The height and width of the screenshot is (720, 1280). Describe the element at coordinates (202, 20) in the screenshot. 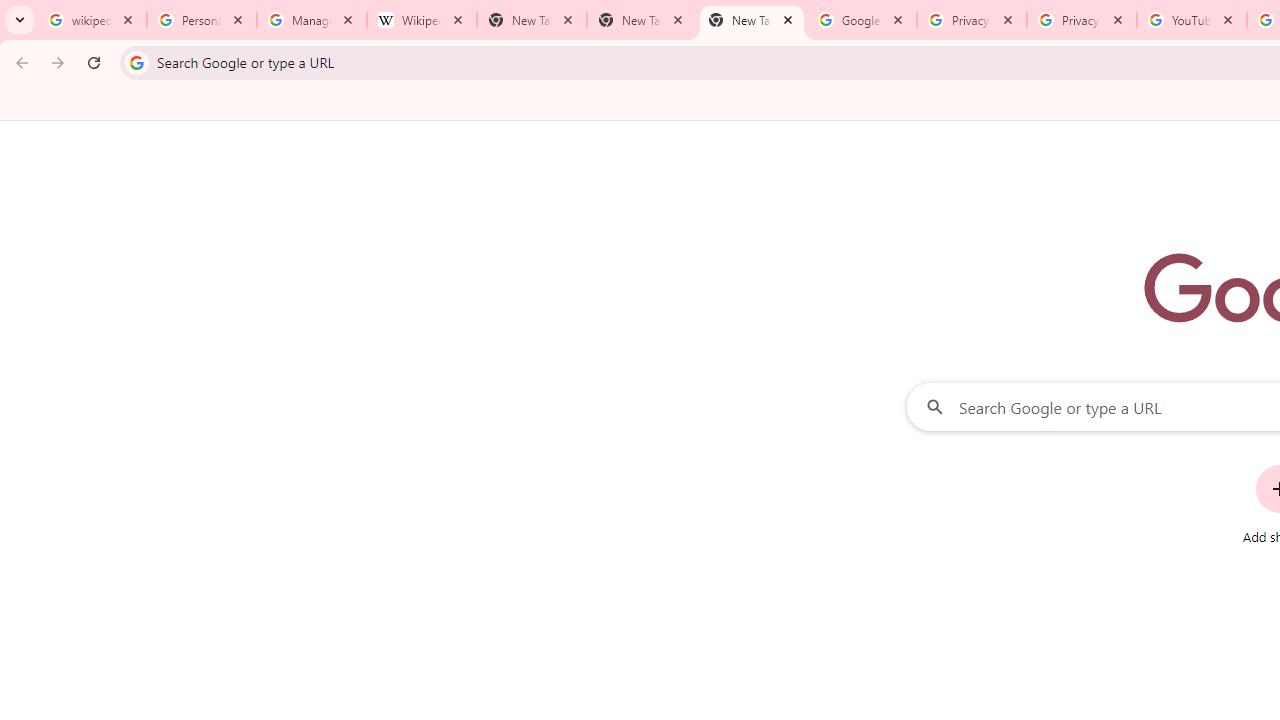

I see `'Personalization & Google Search results - Google Search Help'` at that location.